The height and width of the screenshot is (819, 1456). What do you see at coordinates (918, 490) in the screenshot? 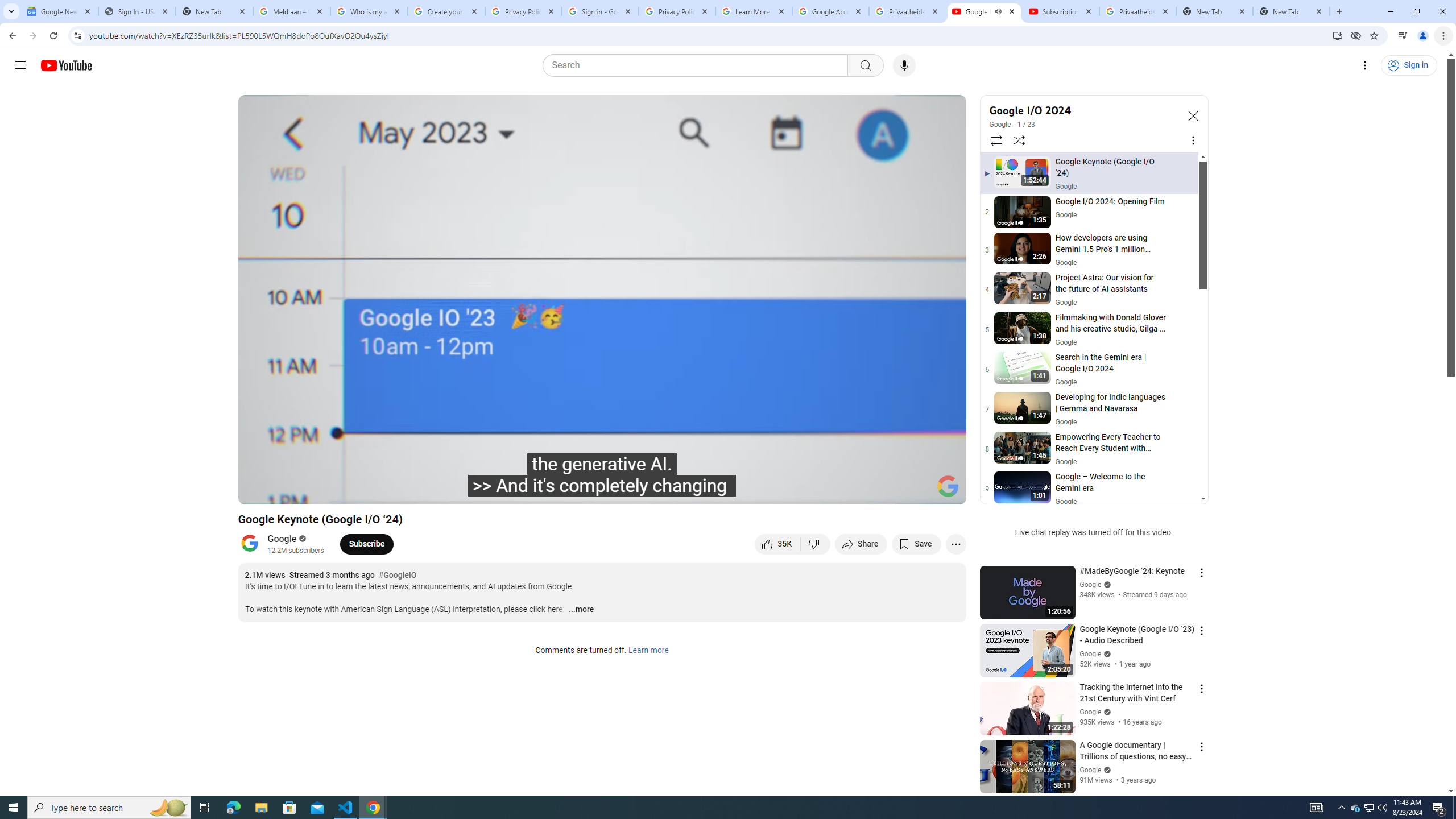
I see `'Theater mode (t)'` at bounding box center [918, 490].